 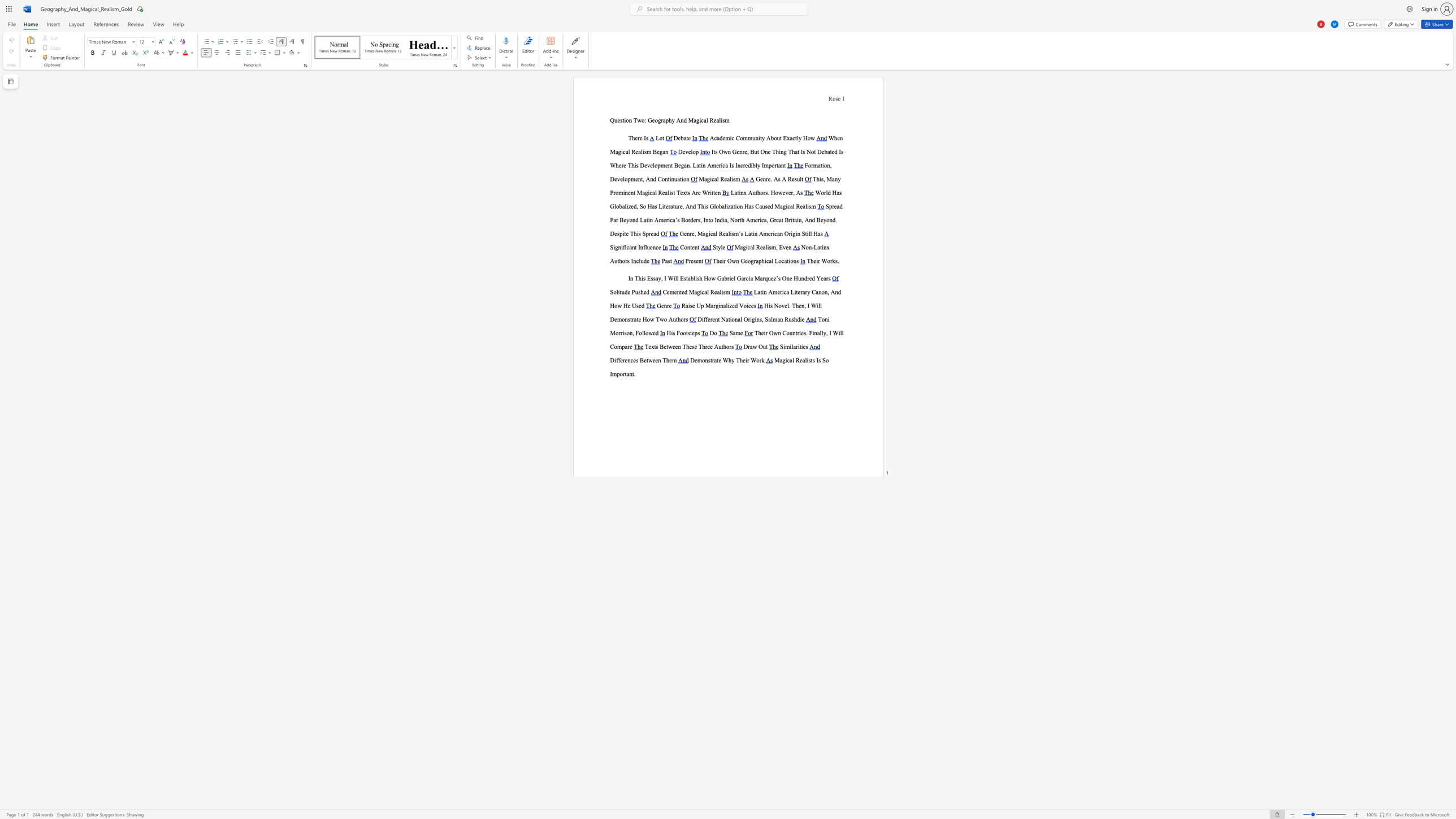 I want to click on the subset text "alism’s Latin American Origin Sti" within the text "Genre, Magical Realism’s Latin American Origin Still Has", so click(x=725, y=233).